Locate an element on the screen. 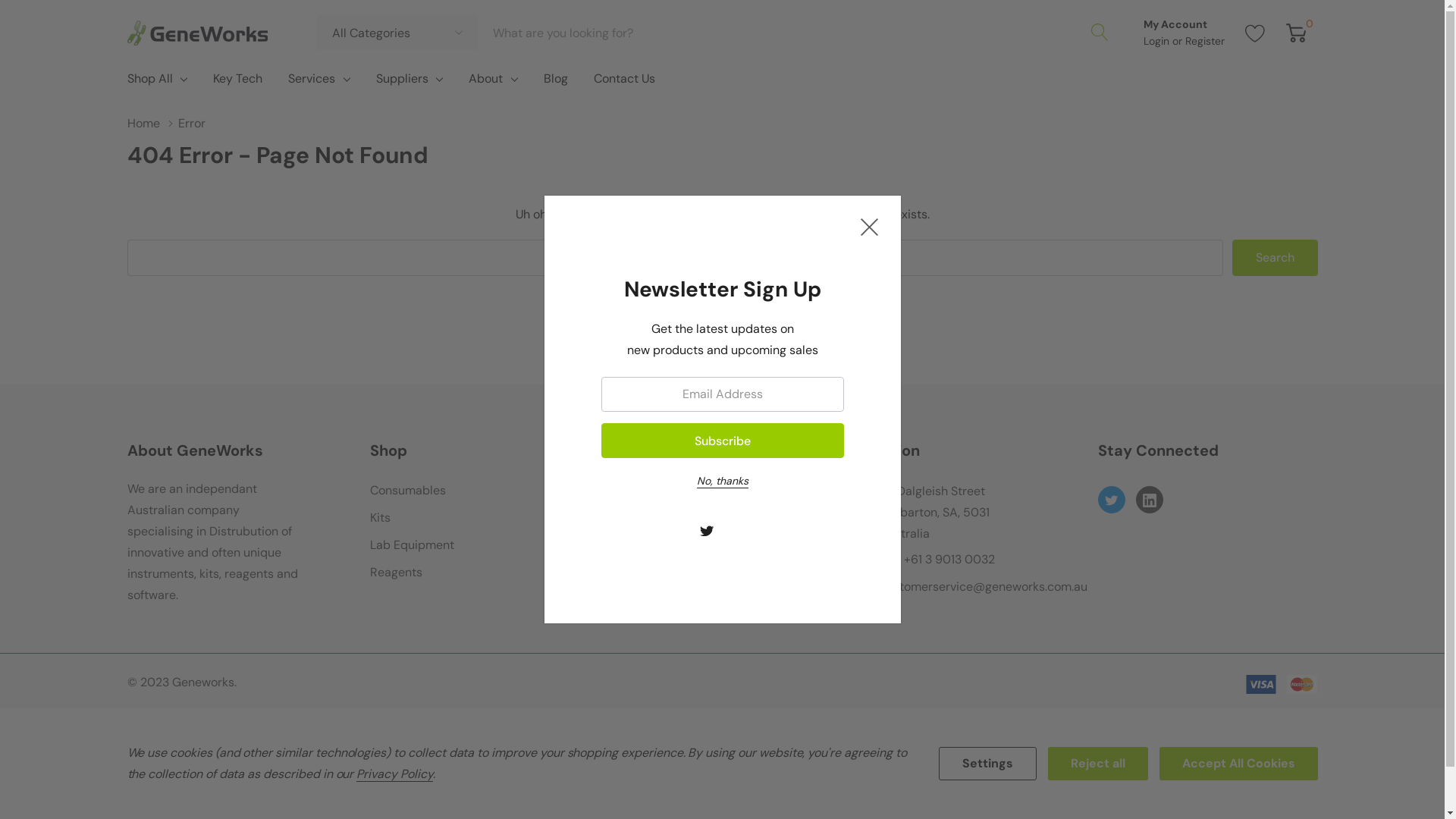 The width and height of the screenshot is (1456, 819). 'Privacy Policy' is located at coordinates (394, 773).